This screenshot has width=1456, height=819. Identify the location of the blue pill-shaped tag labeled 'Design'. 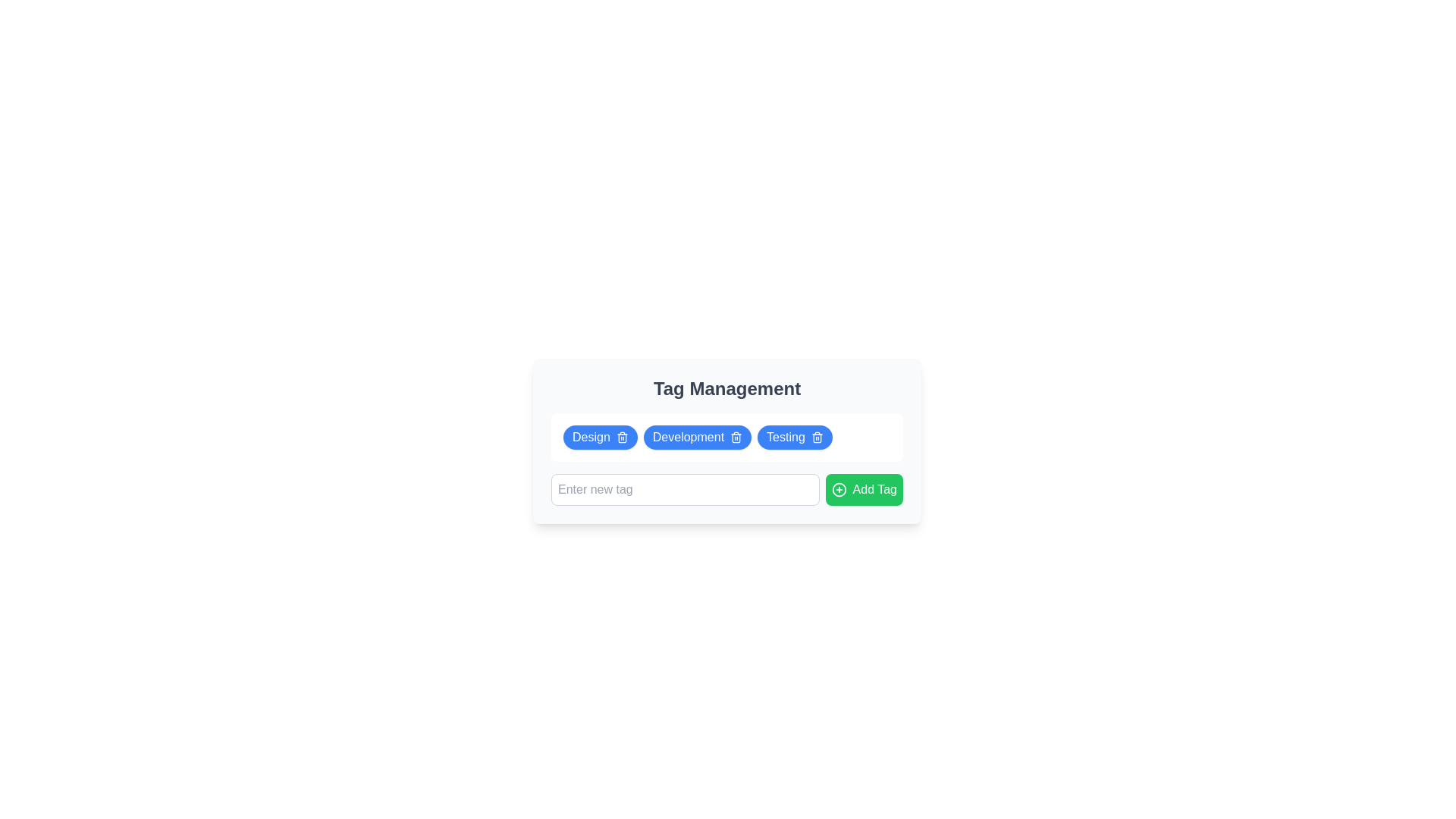
(600, 438).